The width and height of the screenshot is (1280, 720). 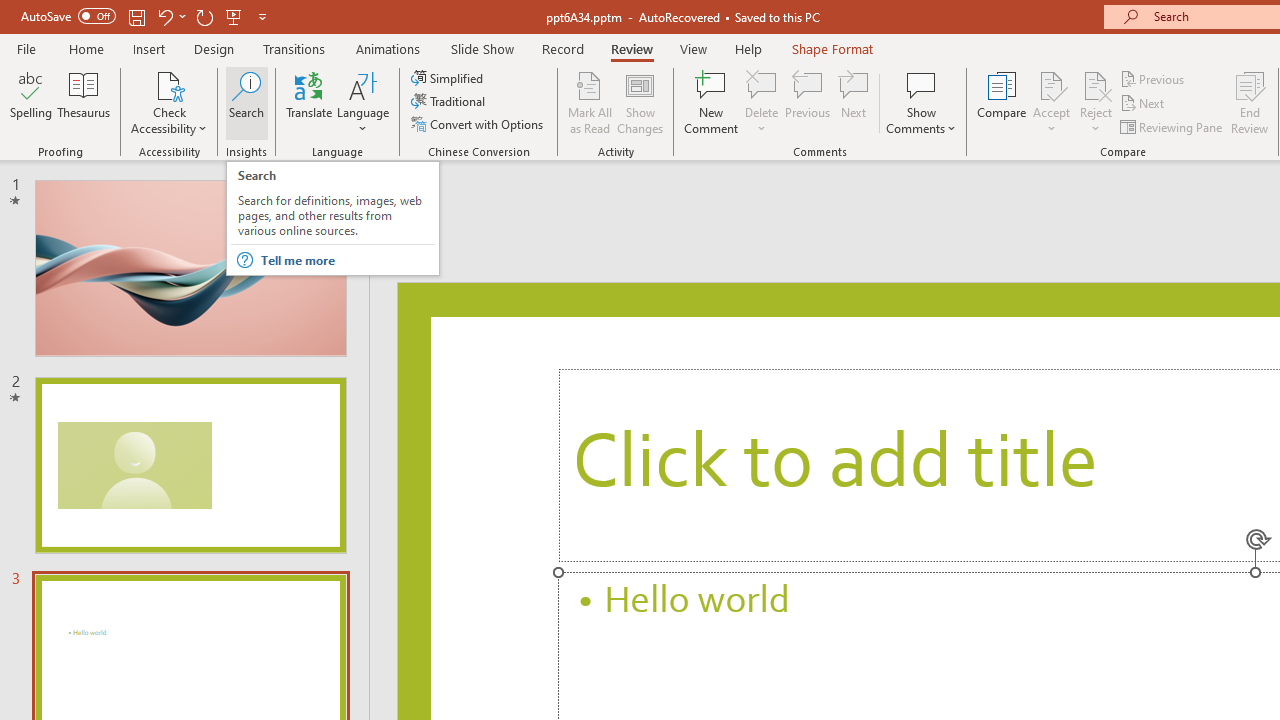 I want to click on 'Reject Change', so click(x=1095, y=84).